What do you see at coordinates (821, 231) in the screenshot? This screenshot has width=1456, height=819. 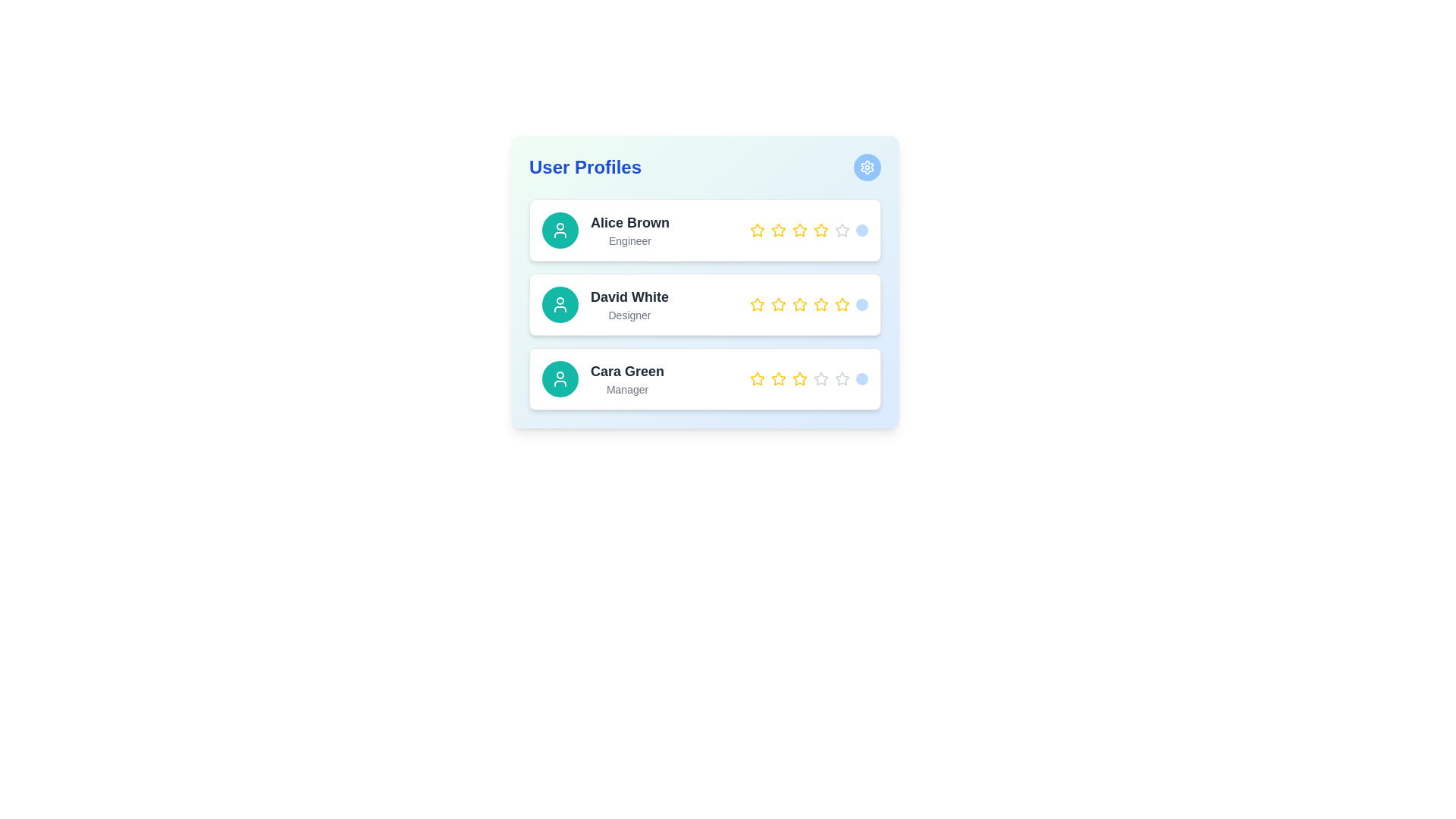 I see `the yellow star icon, which is the fifth star from the left in the rating section of the 'Alice Brown' profile card` at bounding box center [821, 231].